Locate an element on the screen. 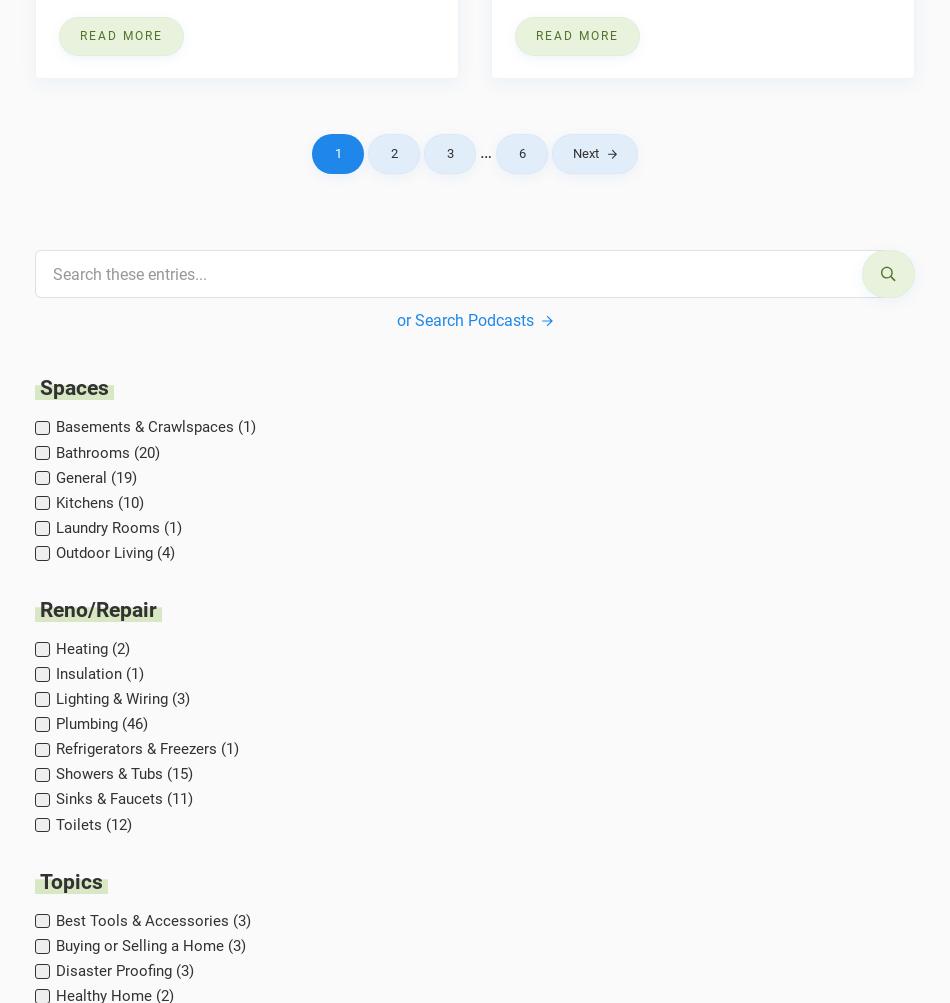  'Insulation (1)' is located at coordinates (98, 674).